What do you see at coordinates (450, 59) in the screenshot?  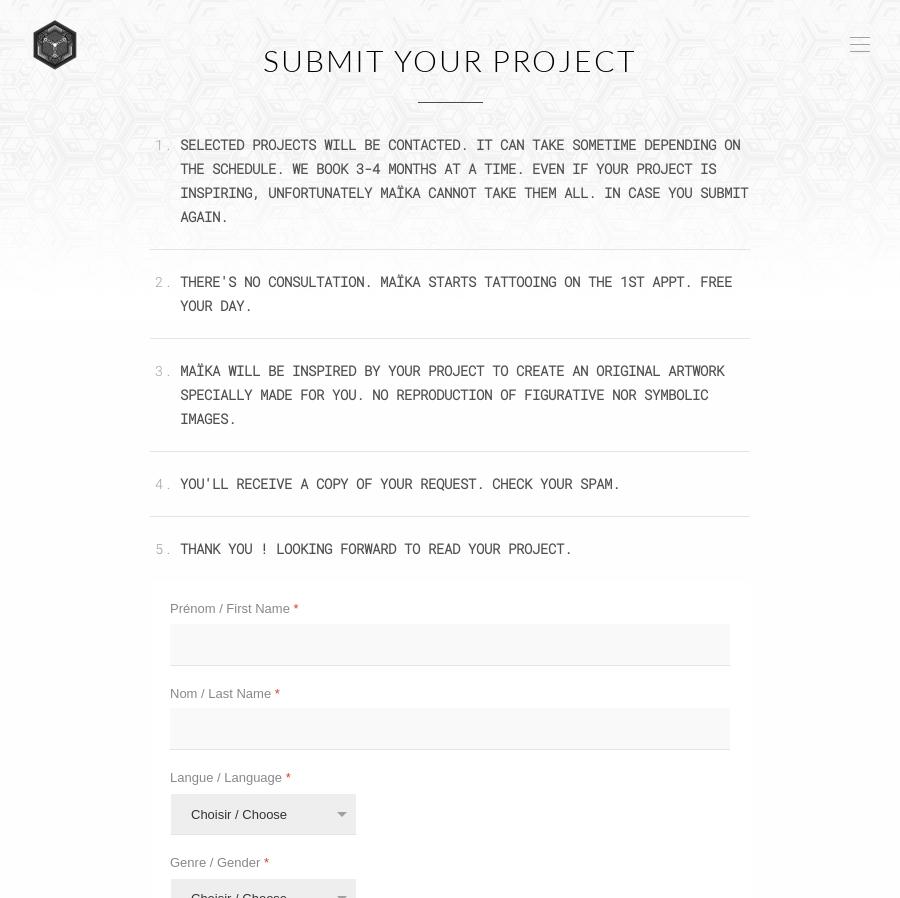 I see `'Submit your project'` at bounding box center [450, 59].